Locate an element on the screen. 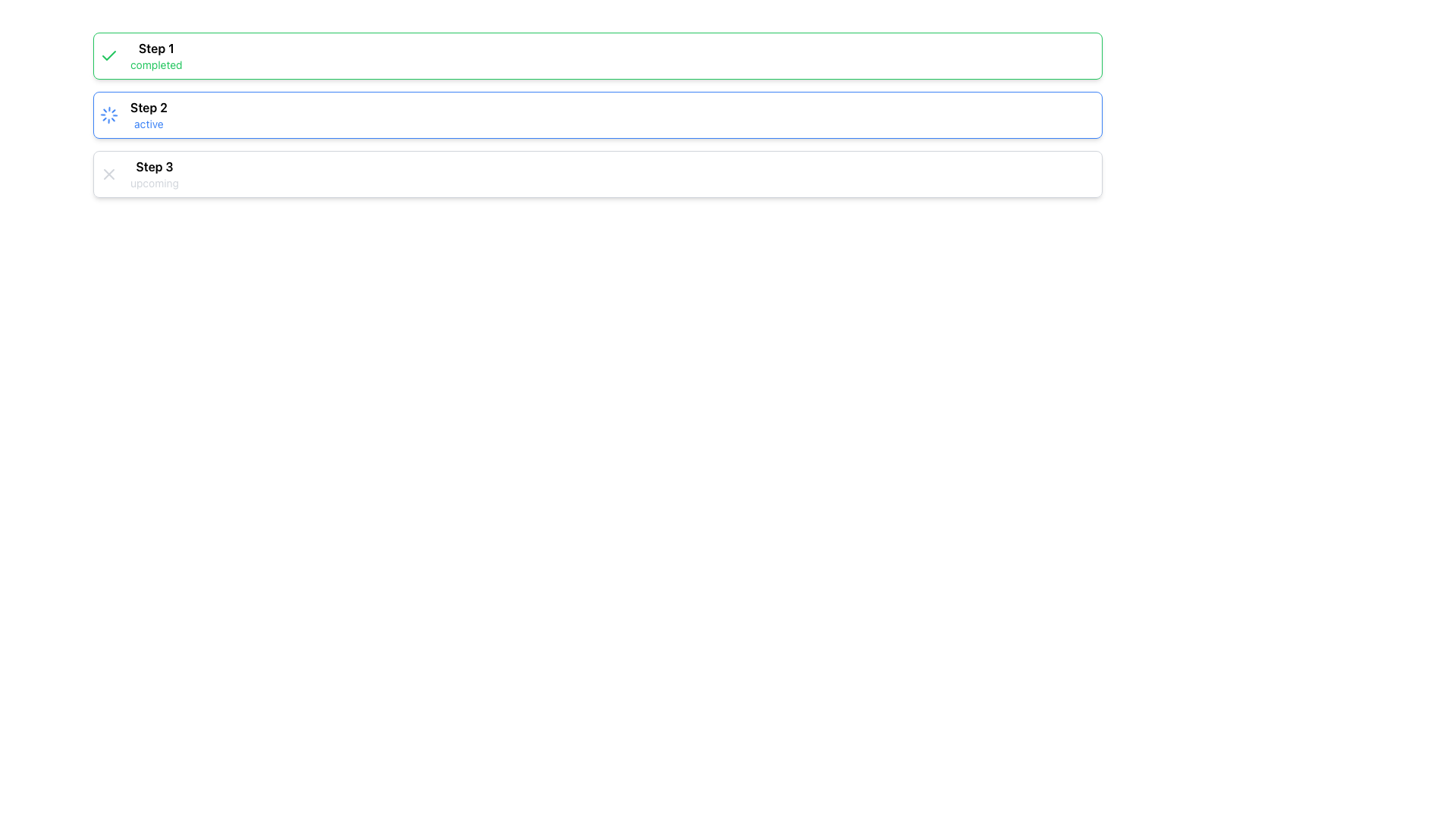 The image size is (1456, 819). the Informative card indicating the third step in the process, marked as 'upcoming', located below the 'Step 2' element is located at coordinates (597, 174).